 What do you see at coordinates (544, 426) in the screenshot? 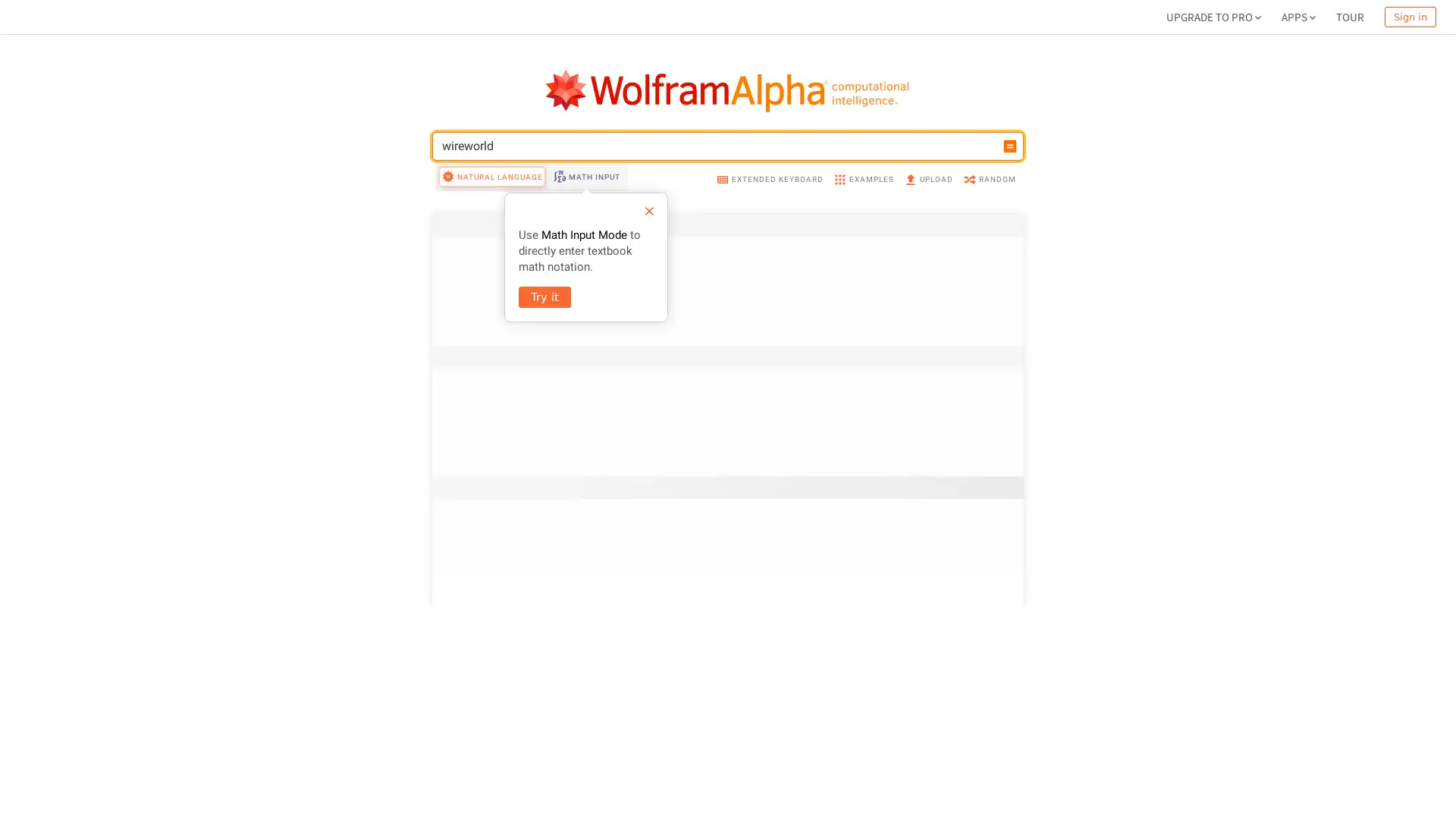
I see `Try it` at bounding box center [544, 426].